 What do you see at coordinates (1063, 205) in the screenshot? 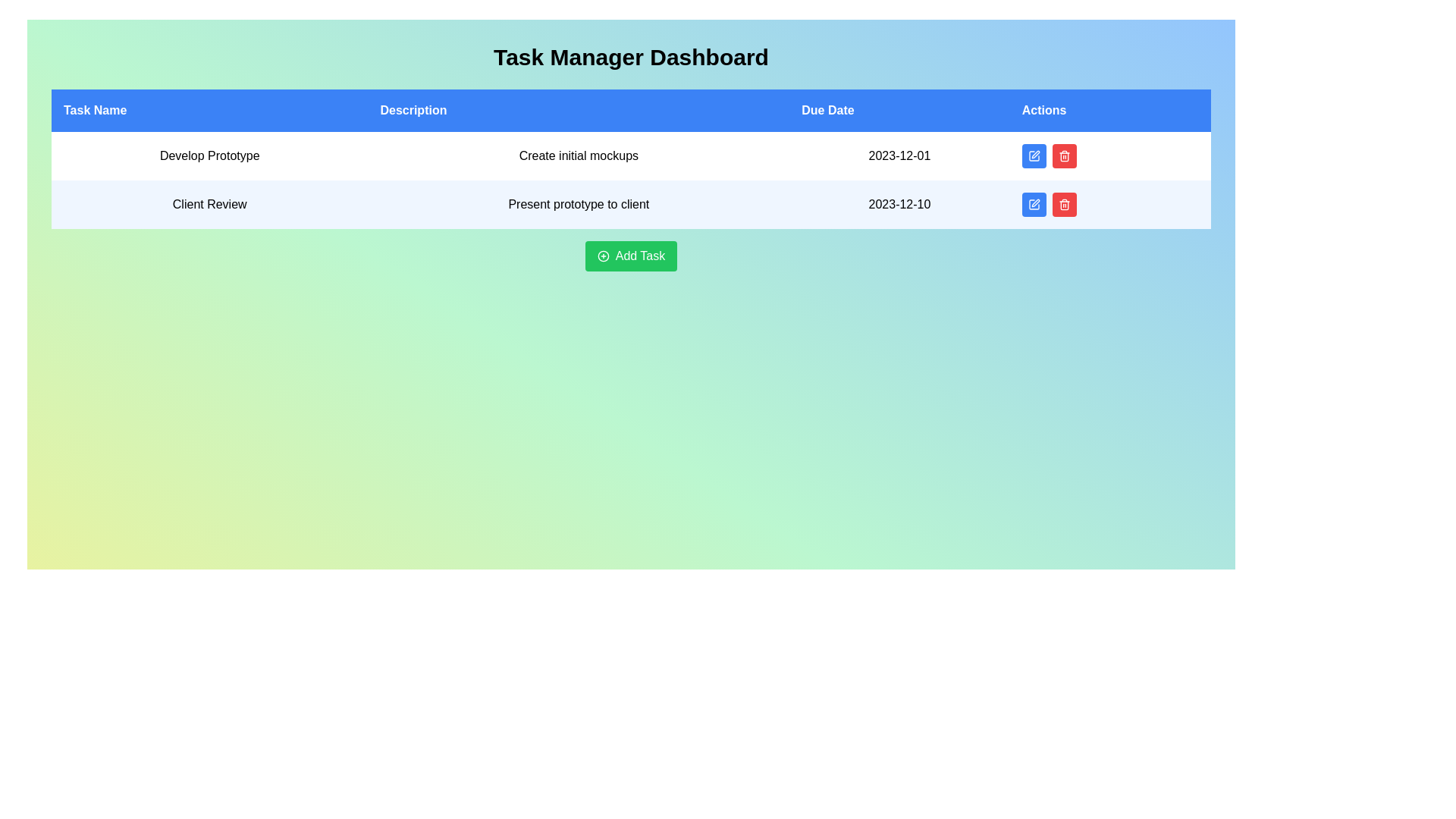
I see `the delete icon button located in the second row of the 'Actions' column of the task management table to initiate the deletion process` at bounding box center [1063, 205].